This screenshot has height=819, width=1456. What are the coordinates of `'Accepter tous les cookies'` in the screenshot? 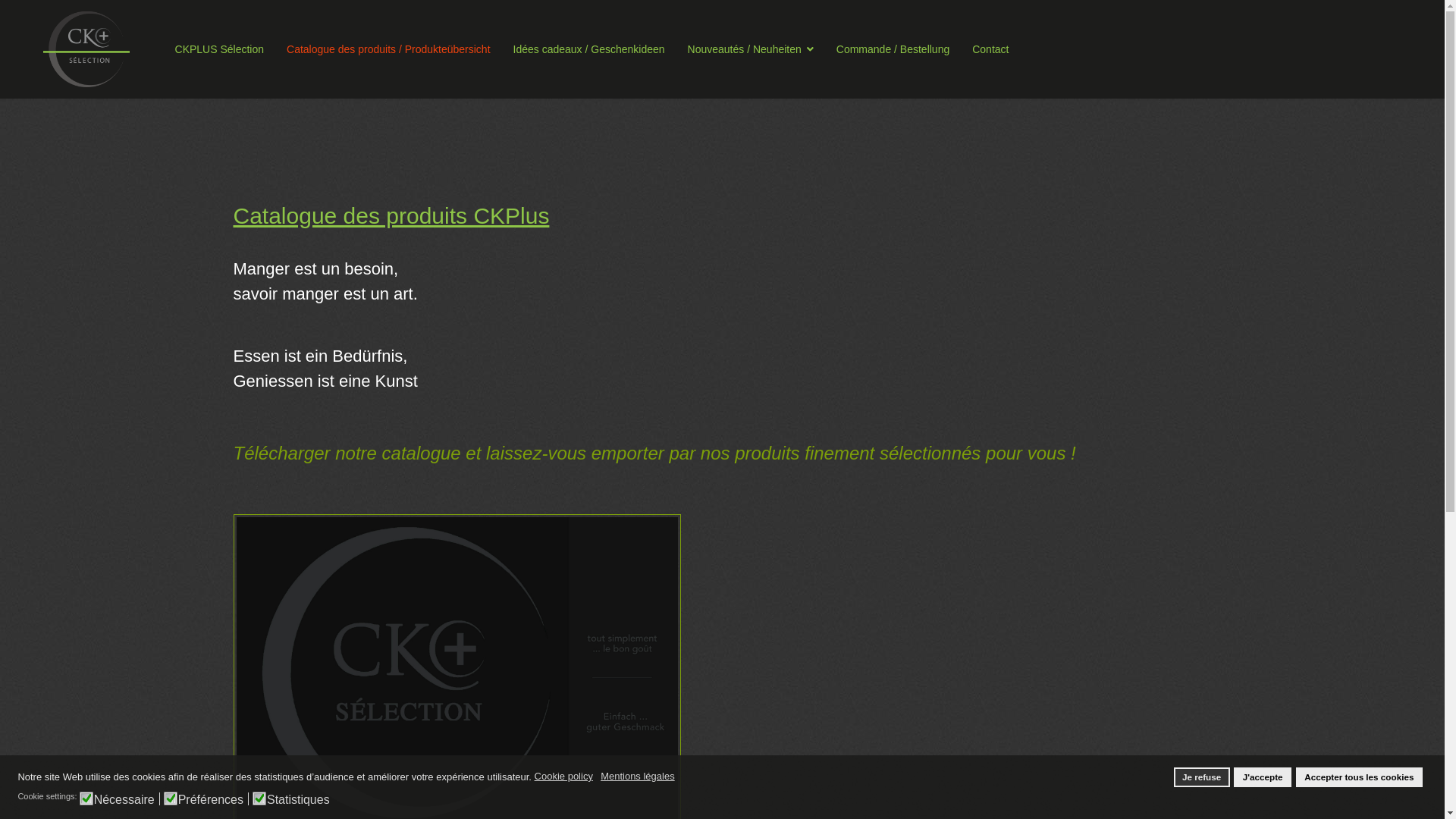 It's located at (1359, 777).